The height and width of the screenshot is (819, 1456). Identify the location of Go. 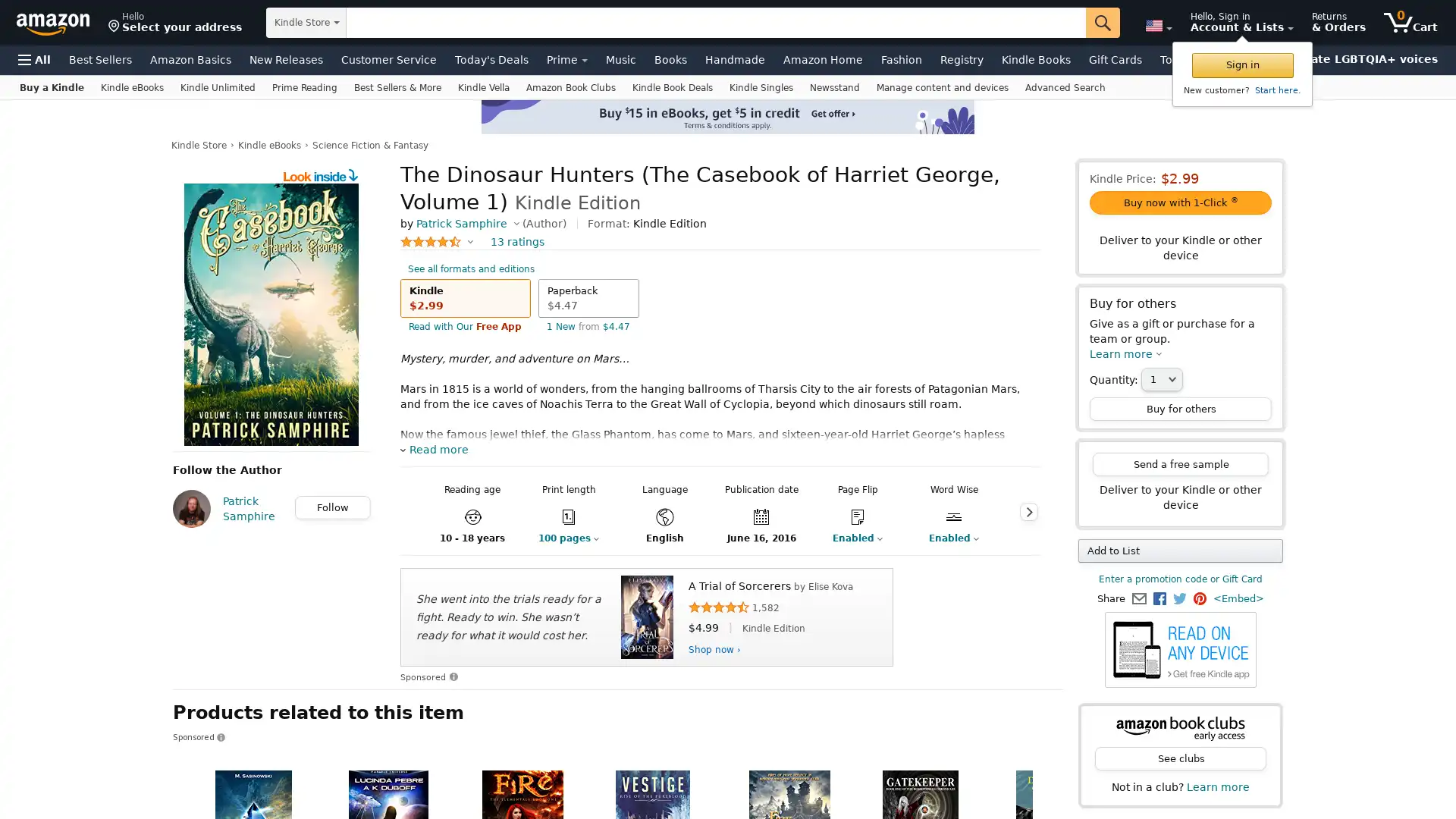
(1103, 23).